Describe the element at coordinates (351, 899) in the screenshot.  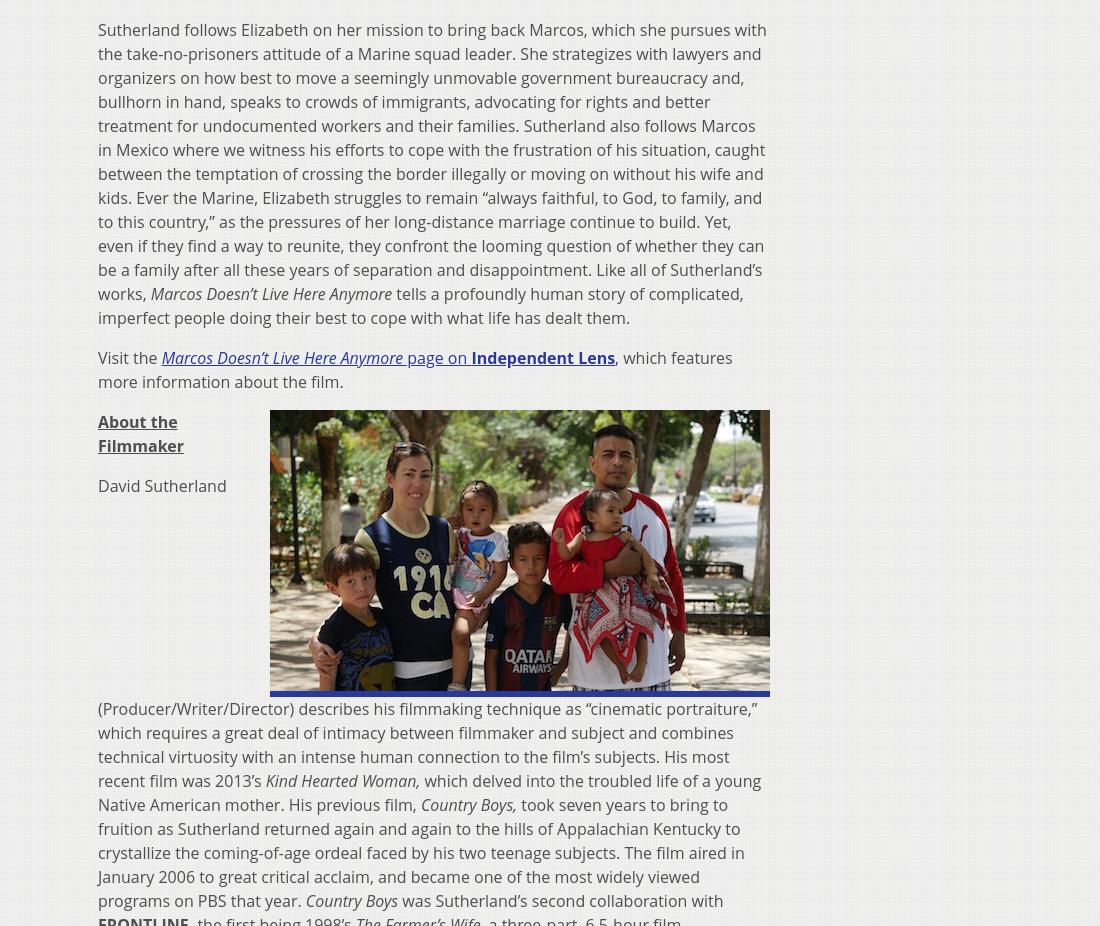
I see `'Country Boys'` at that location.